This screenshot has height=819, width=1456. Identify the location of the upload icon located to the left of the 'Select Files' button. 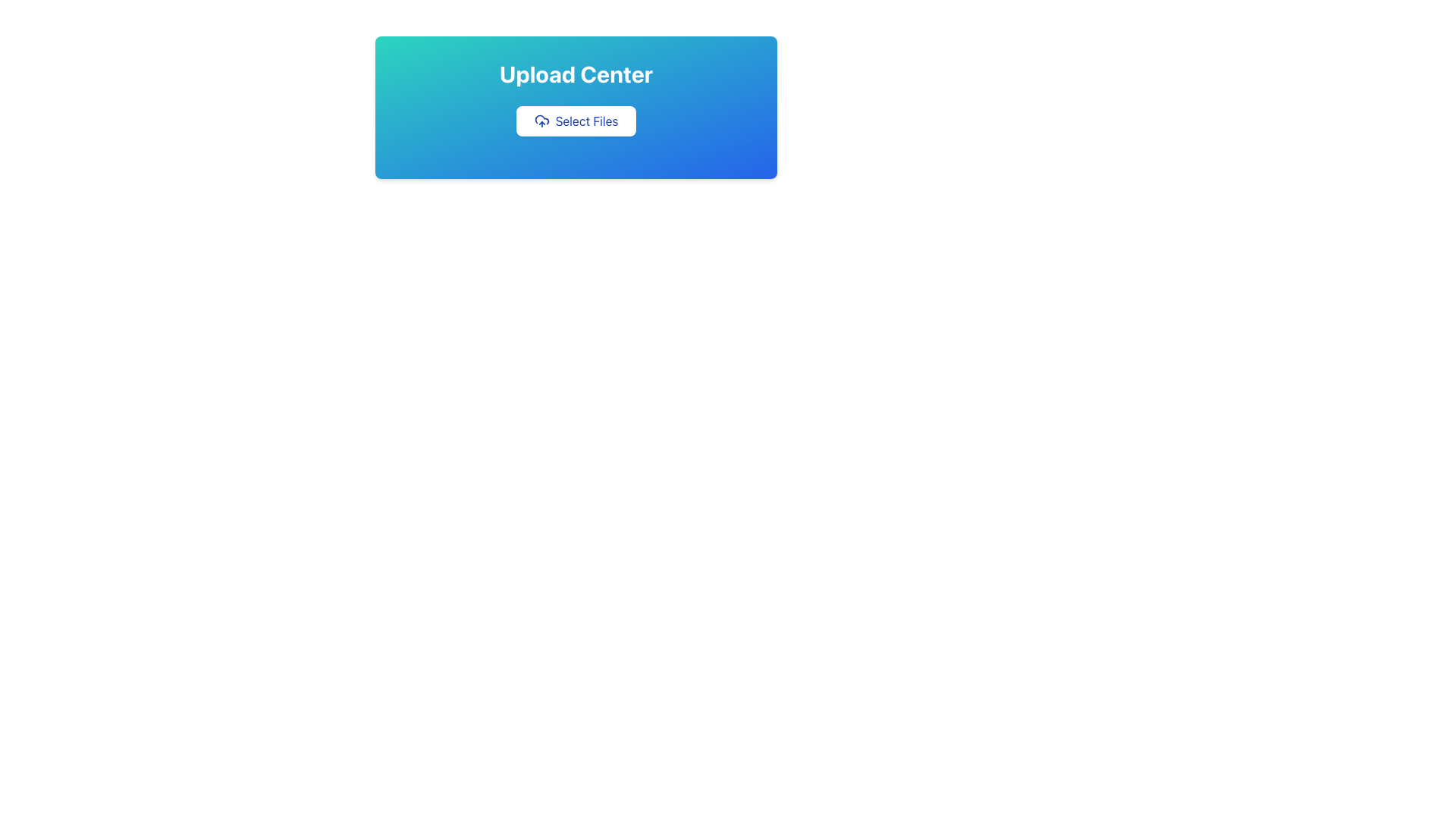
(541, 120).